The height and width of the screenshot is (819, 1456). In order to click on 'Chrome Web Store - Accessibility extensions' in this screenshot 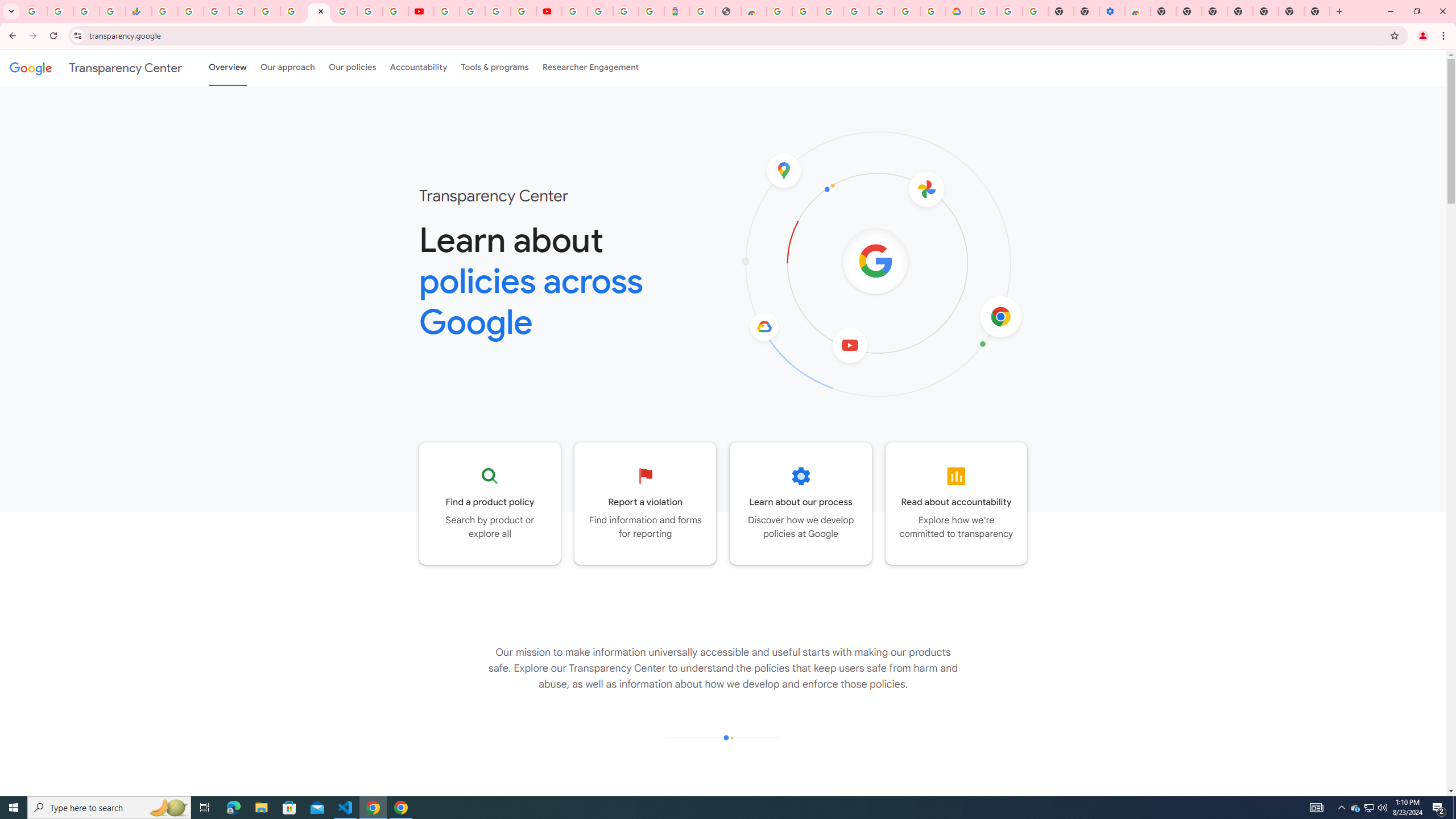, I will do `click(1137, 11)`.